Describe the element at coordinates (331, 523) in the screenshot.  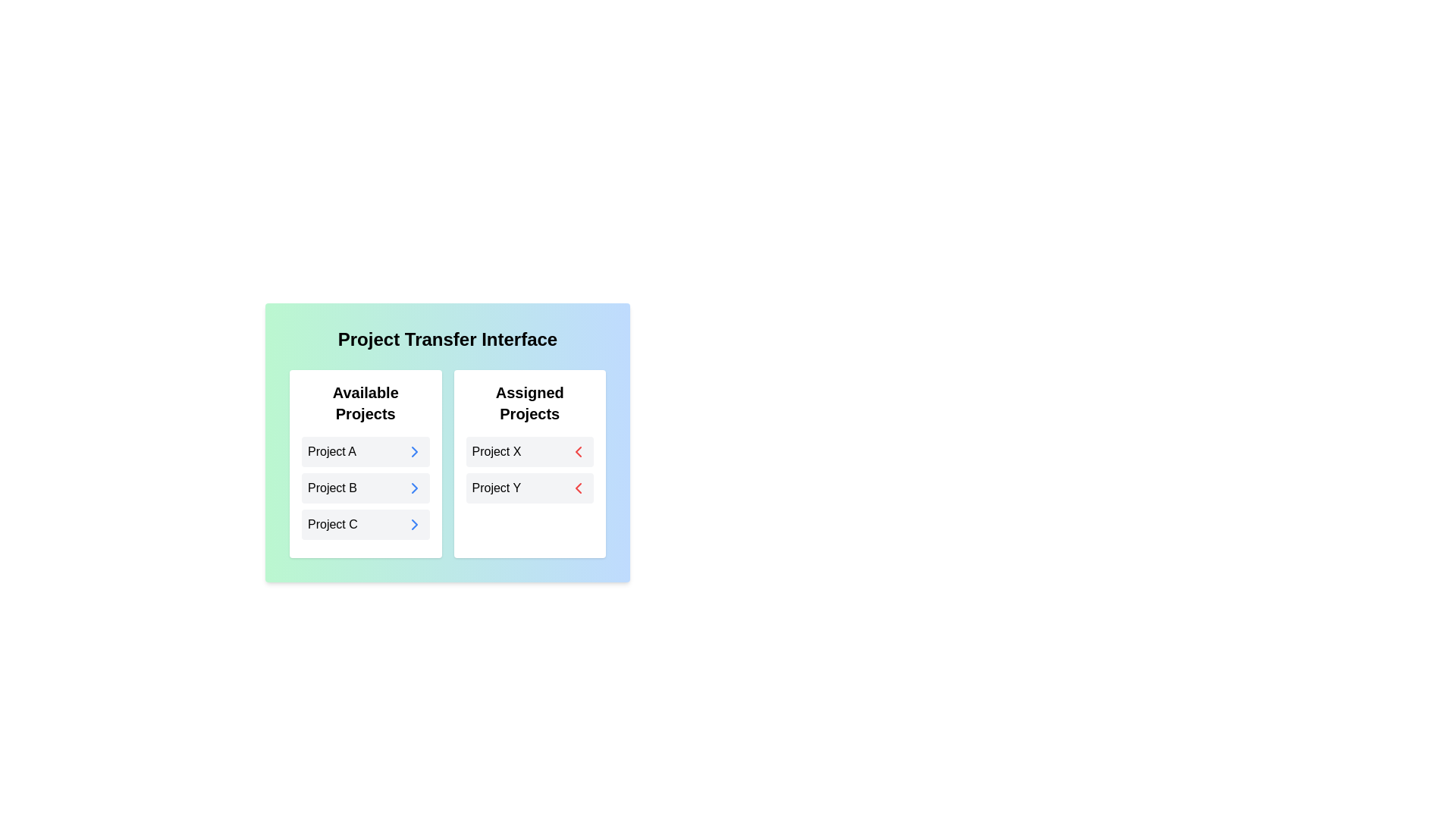
I see `the label identifying 'Project C', which is the third item in the 'Available Projects' section` at that location.